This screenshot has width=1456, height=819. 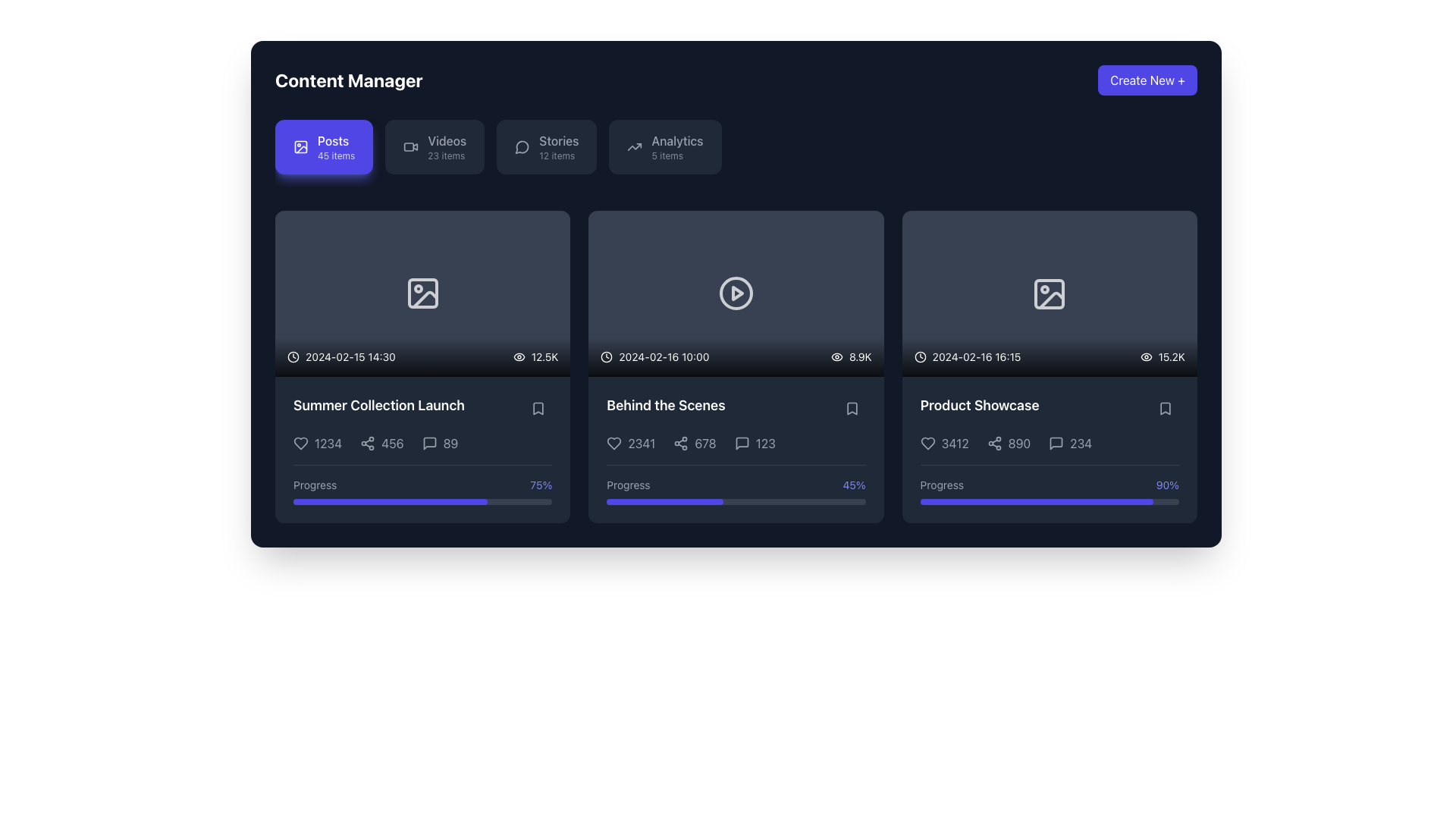 I want to click on the bookmark icon located in the upper-right corner of the 'Summer Collection Launch' content card to bookmark the item, so click(x=538, y=408).